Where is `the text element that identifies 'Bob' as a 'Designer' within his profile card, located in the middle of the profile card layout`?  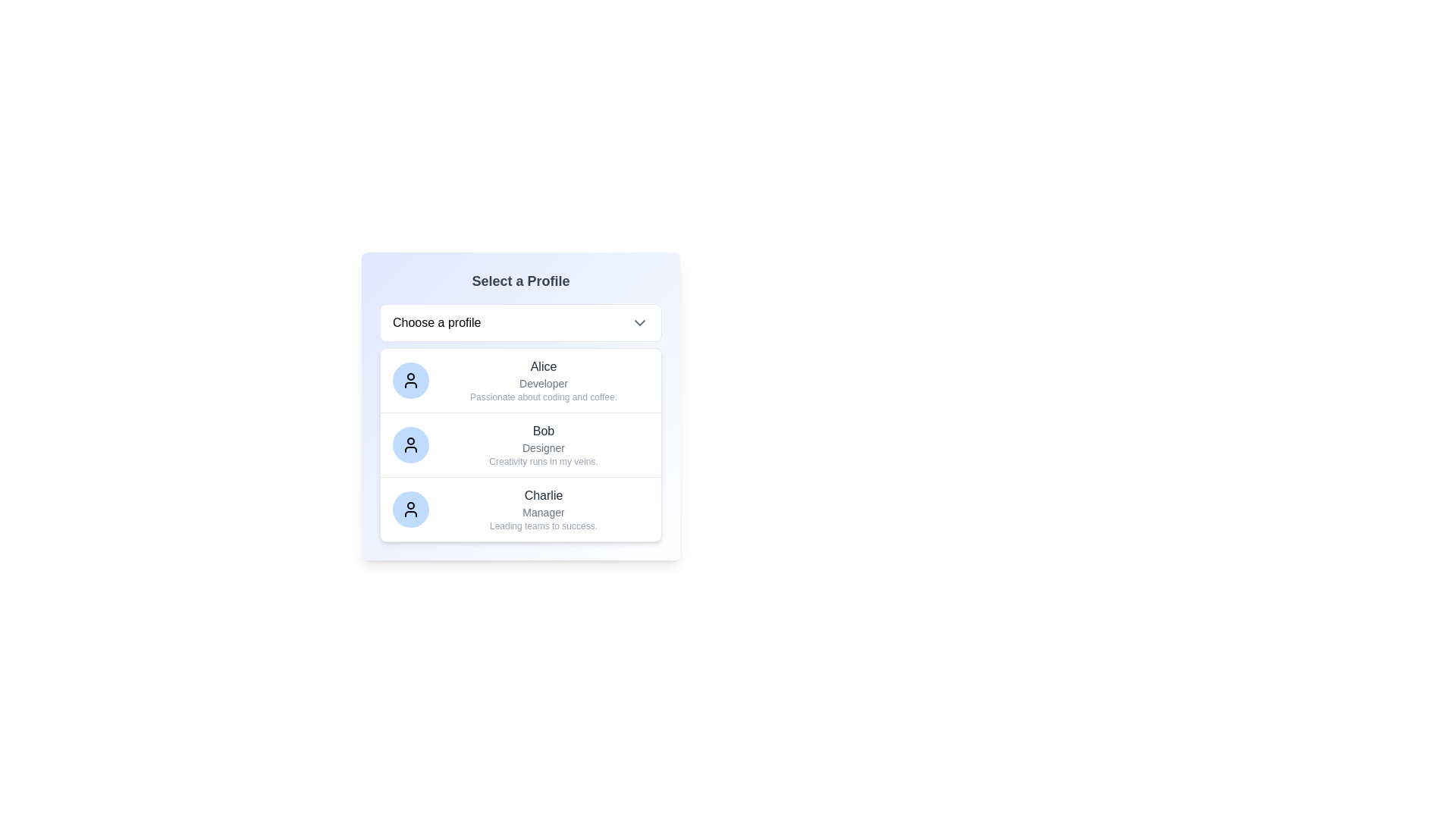 the text element that identifies 'Bob' as a 'Designer' within his profile card, located in the middle of the profile card layout is located at coordinates (543, 447).